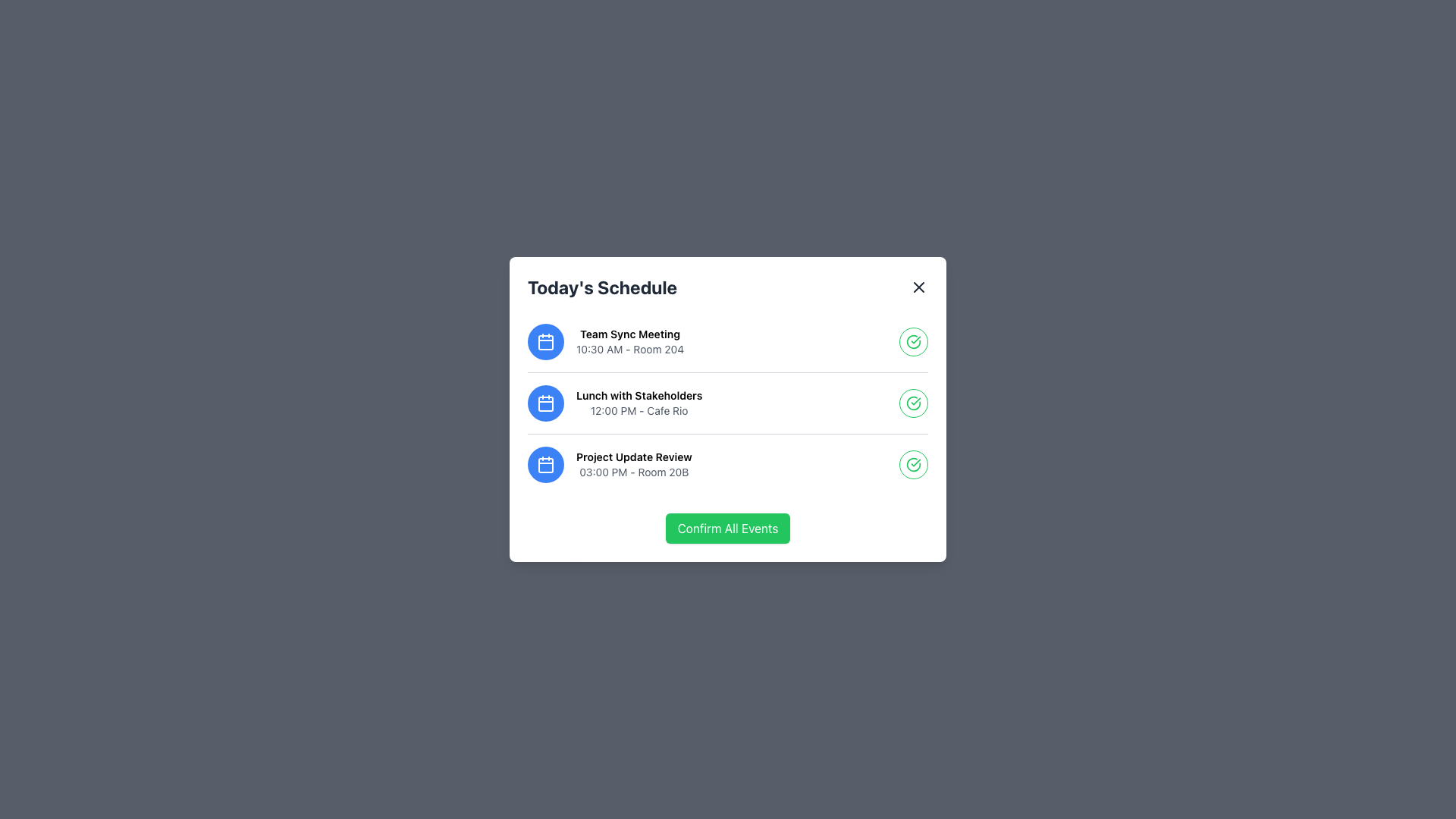 The height and width of the screenshot is (819, 1456). What do you see at coordinates (634, 456) in the screenshot?
I see `the static text label that serves as the title for the third scheduled event in the list, positioned between 'Lunch with Stakeholders' and the 'Confirm All Events' button` at bounding box center [634, 456].